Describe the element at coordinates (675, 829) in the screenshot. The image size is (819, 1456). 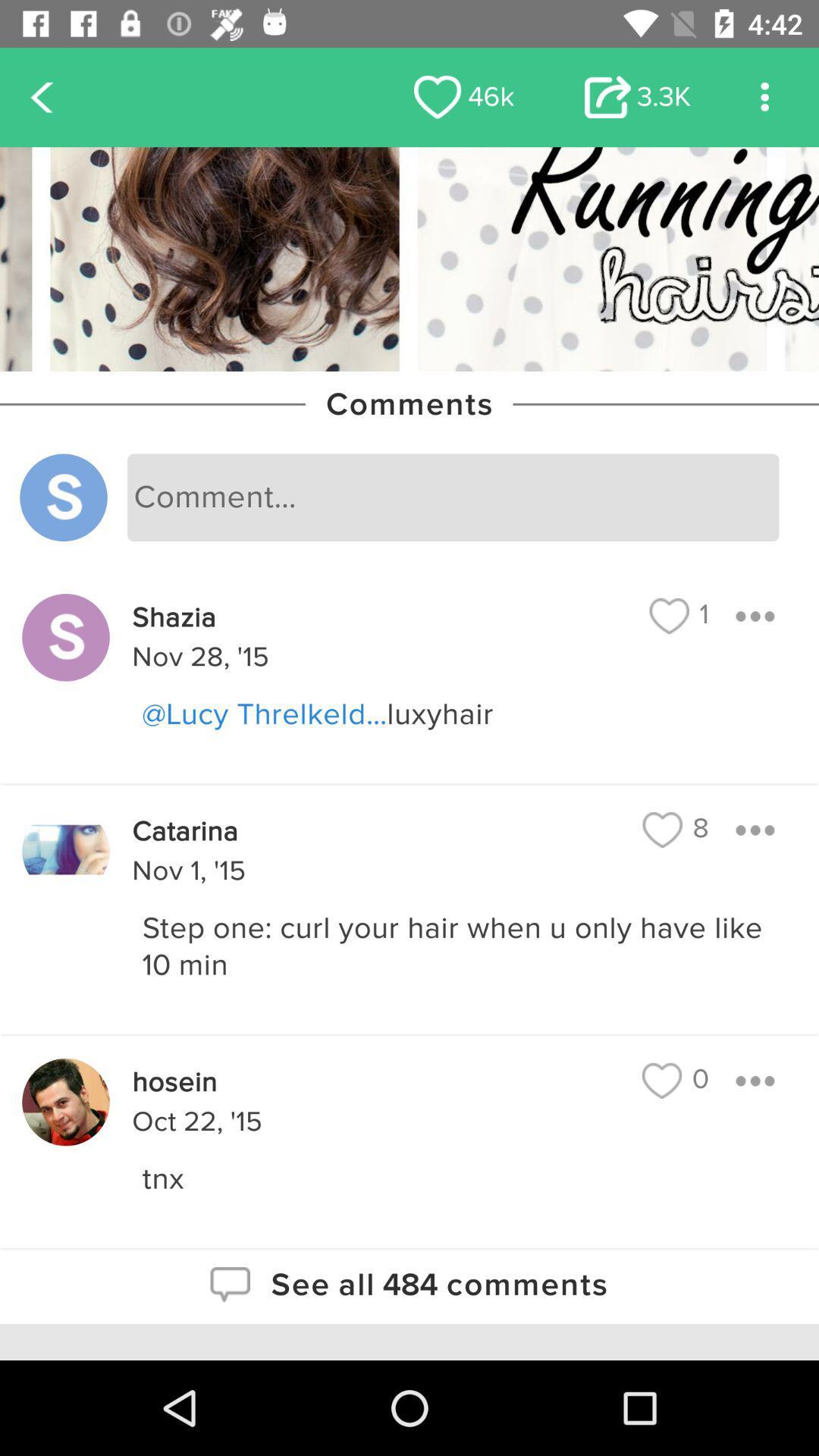
I see `the item above step one curl icon` at that location.